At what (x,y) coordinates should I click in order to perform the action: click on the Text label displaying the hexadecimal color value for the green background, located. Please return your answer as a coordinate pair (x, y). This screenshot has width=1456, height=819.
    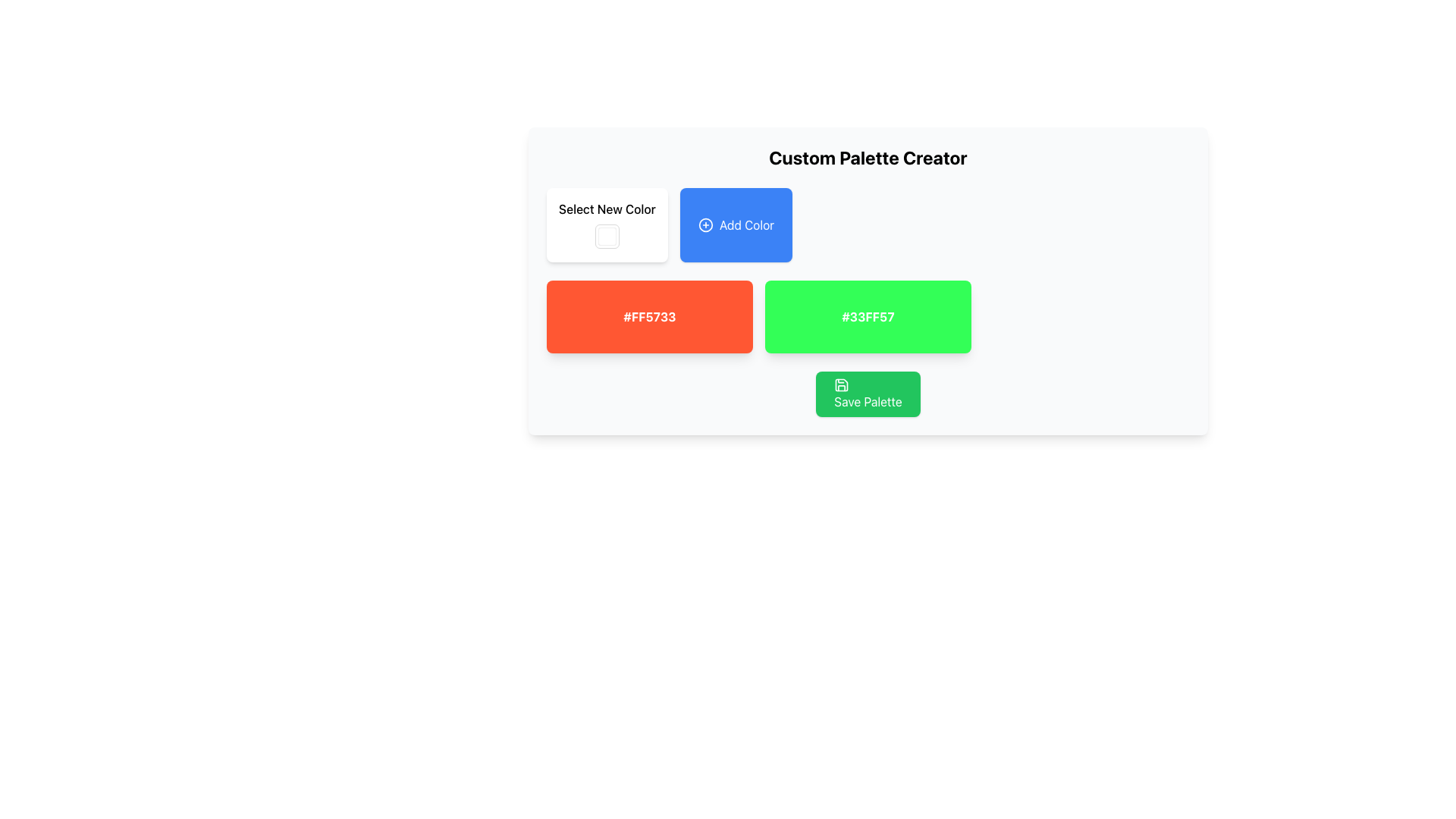
    Looking at the image, I should click on (868, 315).